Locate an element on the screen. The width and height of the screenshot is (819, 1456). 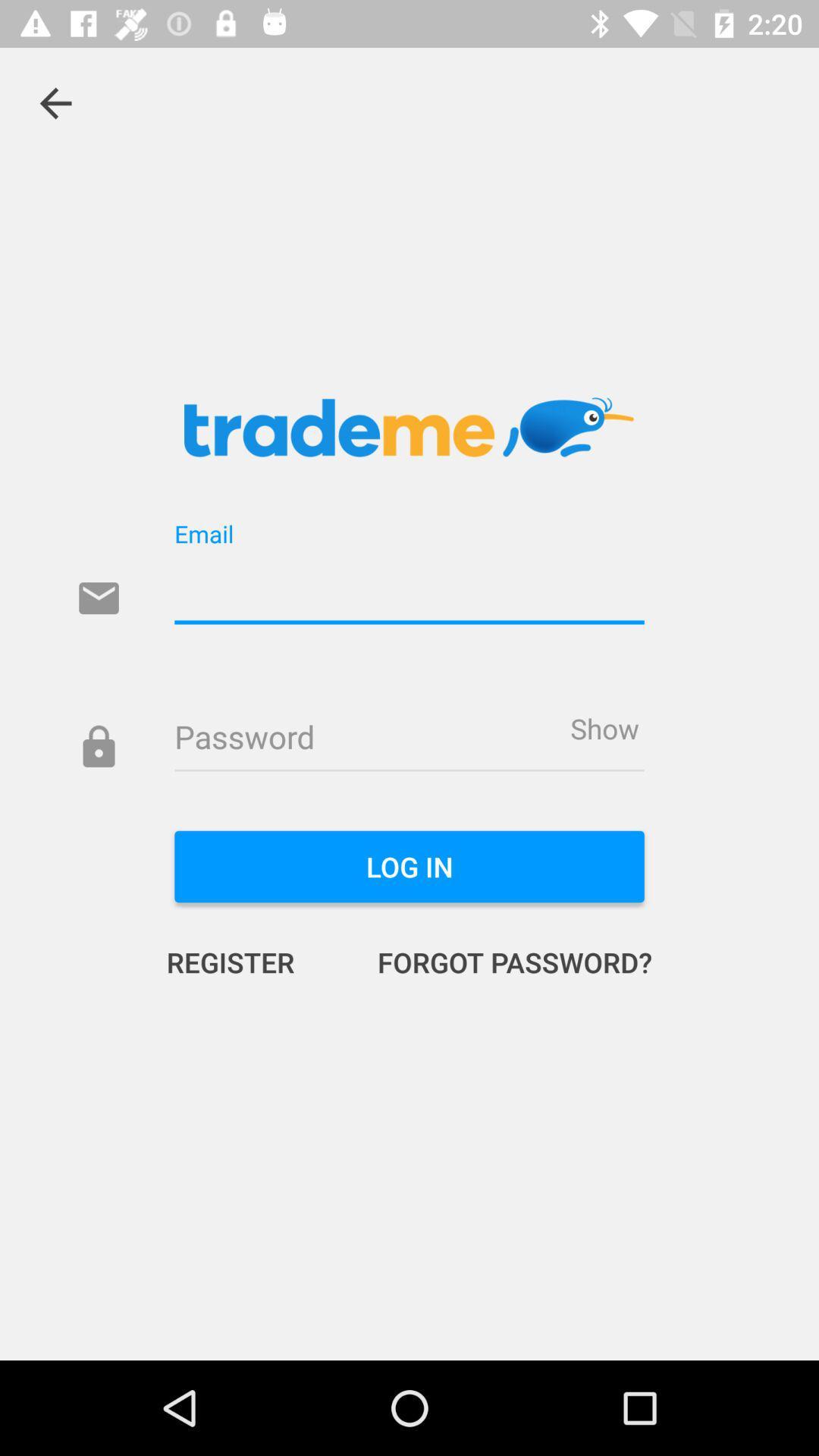
forgot password? item is located at coordinates (499, 961).